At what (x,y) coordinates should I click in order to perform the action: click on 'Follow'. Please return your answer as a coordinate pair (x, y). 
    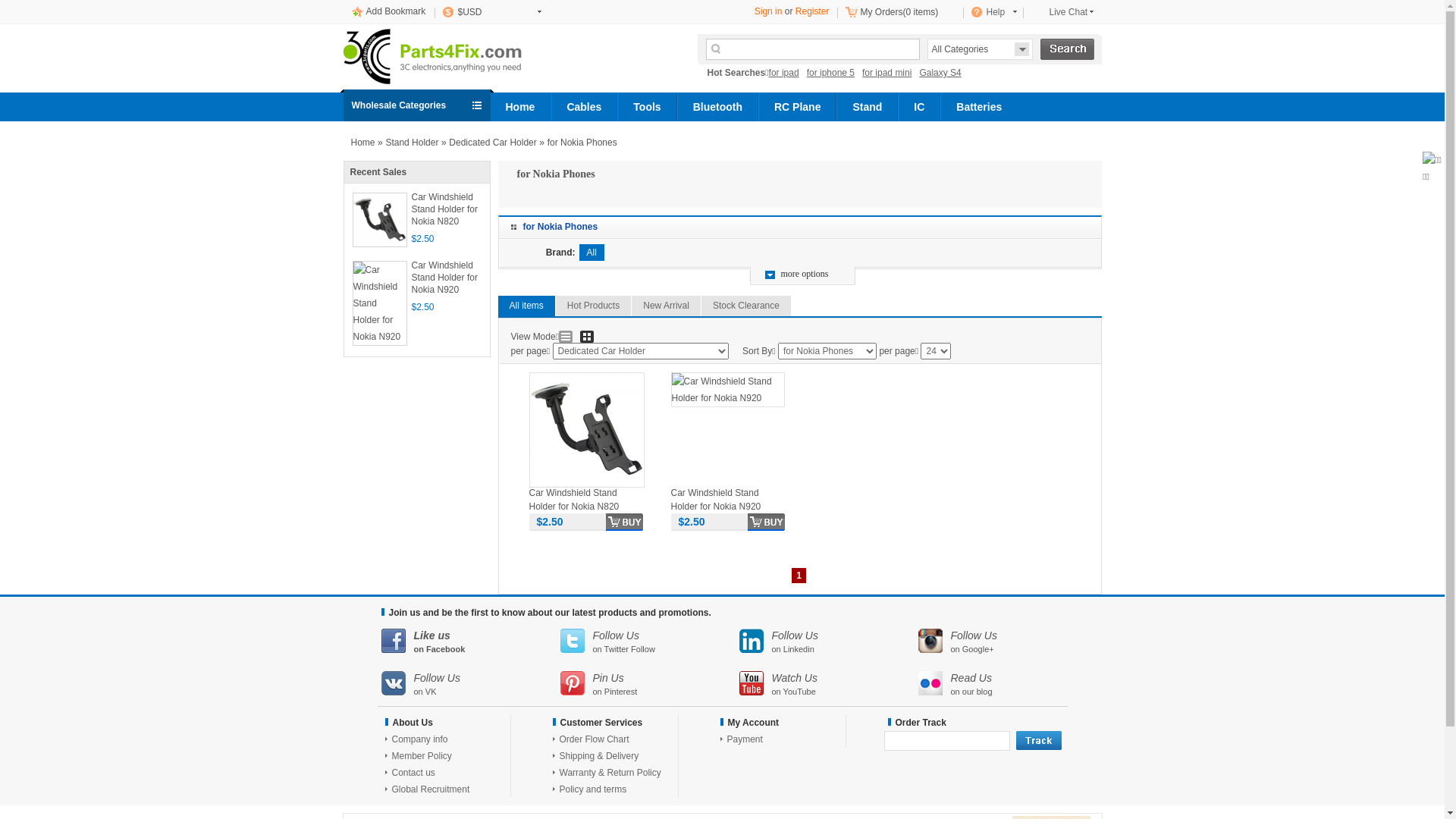
    Looking at the image, I should click on (643, 648).